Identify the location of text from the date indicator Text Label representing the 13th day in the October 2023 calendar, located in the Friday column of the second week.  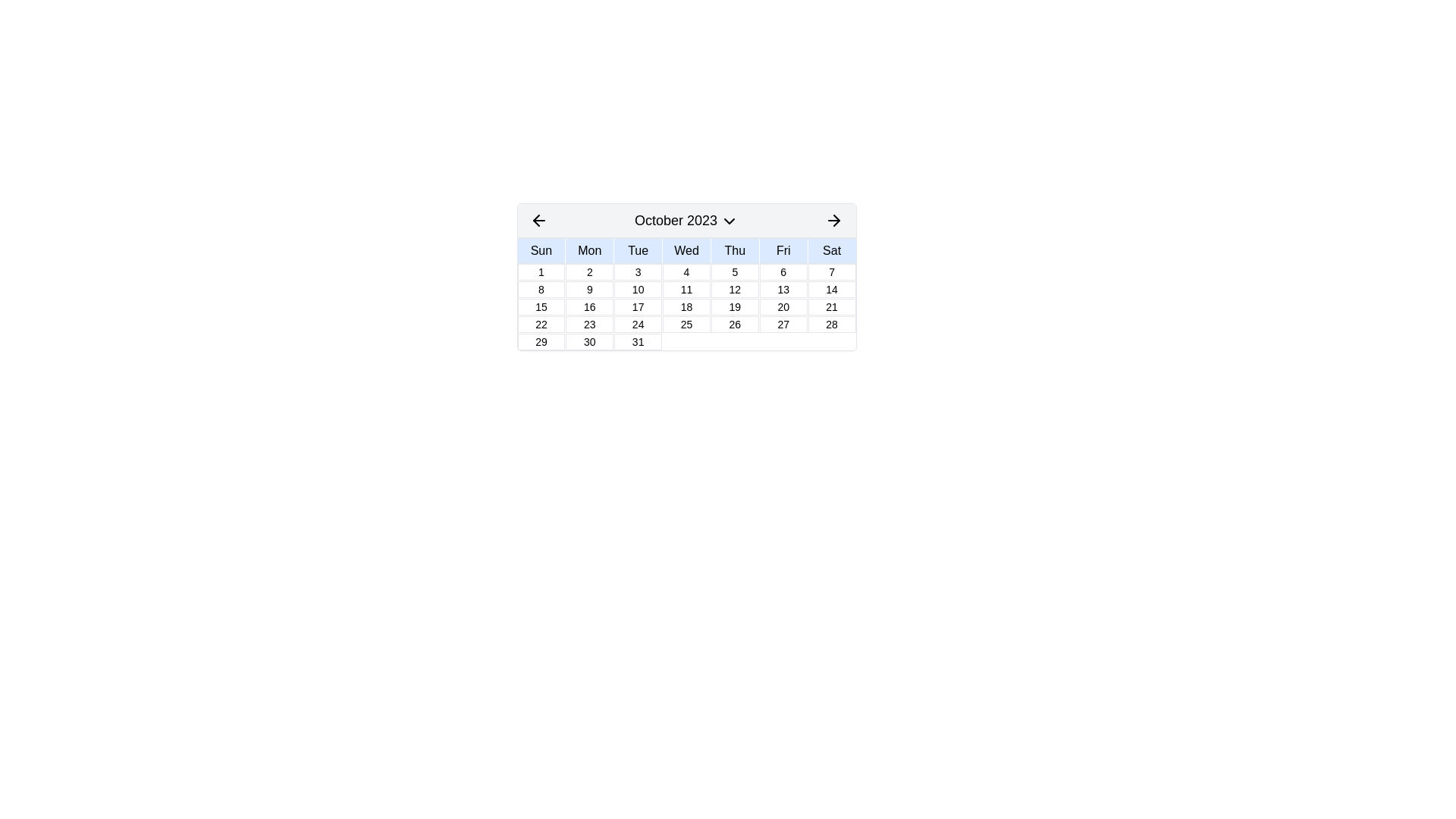
(783, 289).